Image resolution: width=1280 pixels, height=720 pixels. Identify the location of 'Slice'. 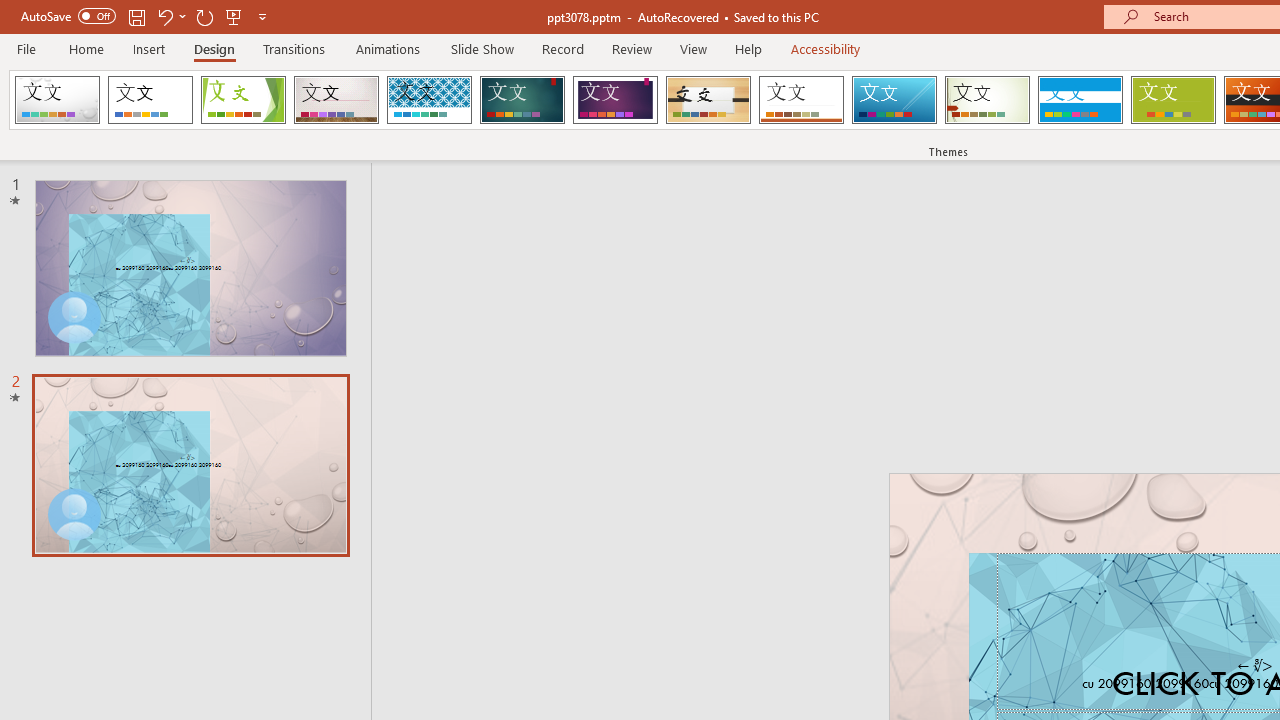
(893, 100).